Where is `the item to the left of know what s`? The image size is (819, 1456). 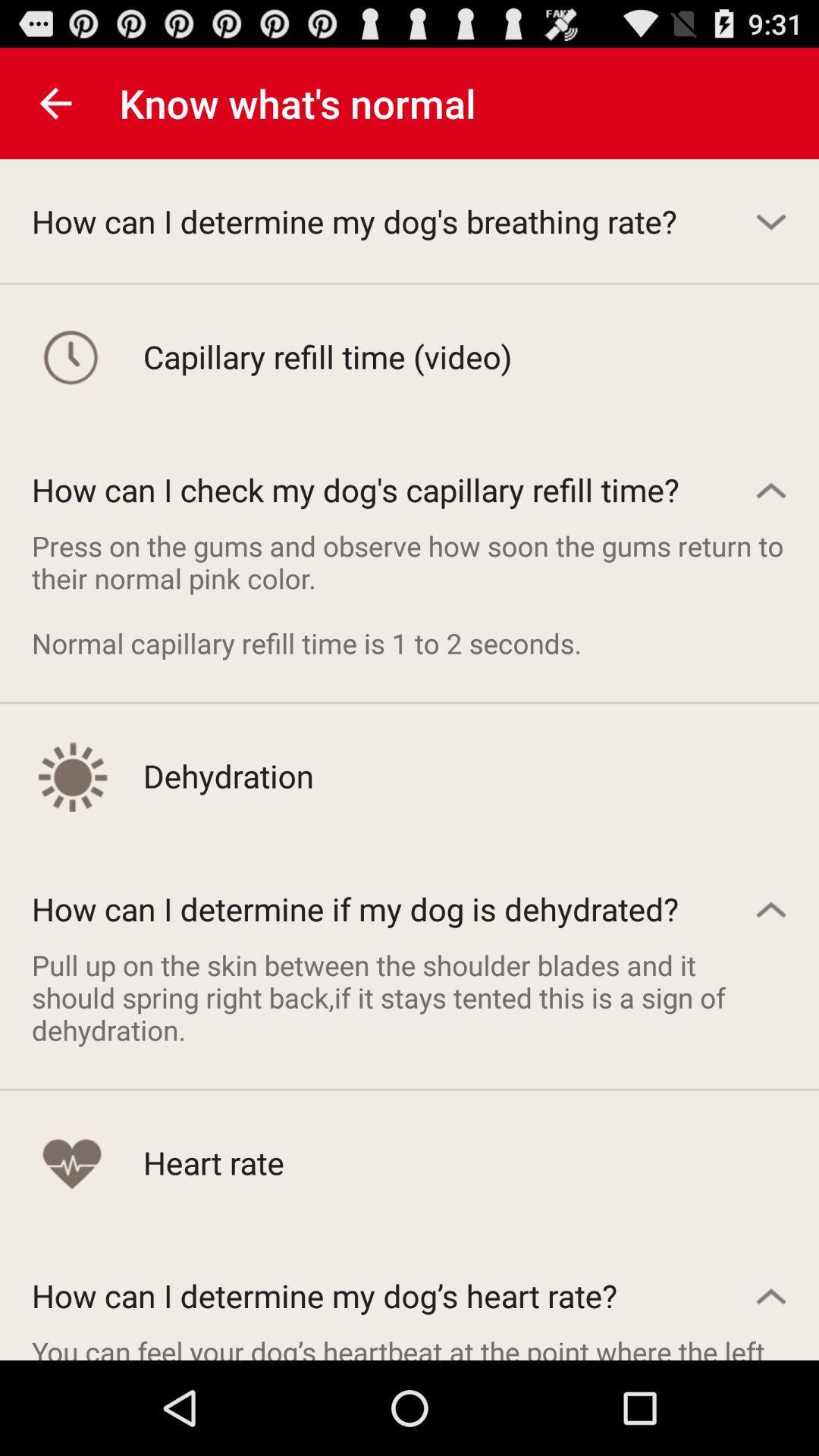 the item to the left of know what s is located at coordinates (55, 102).